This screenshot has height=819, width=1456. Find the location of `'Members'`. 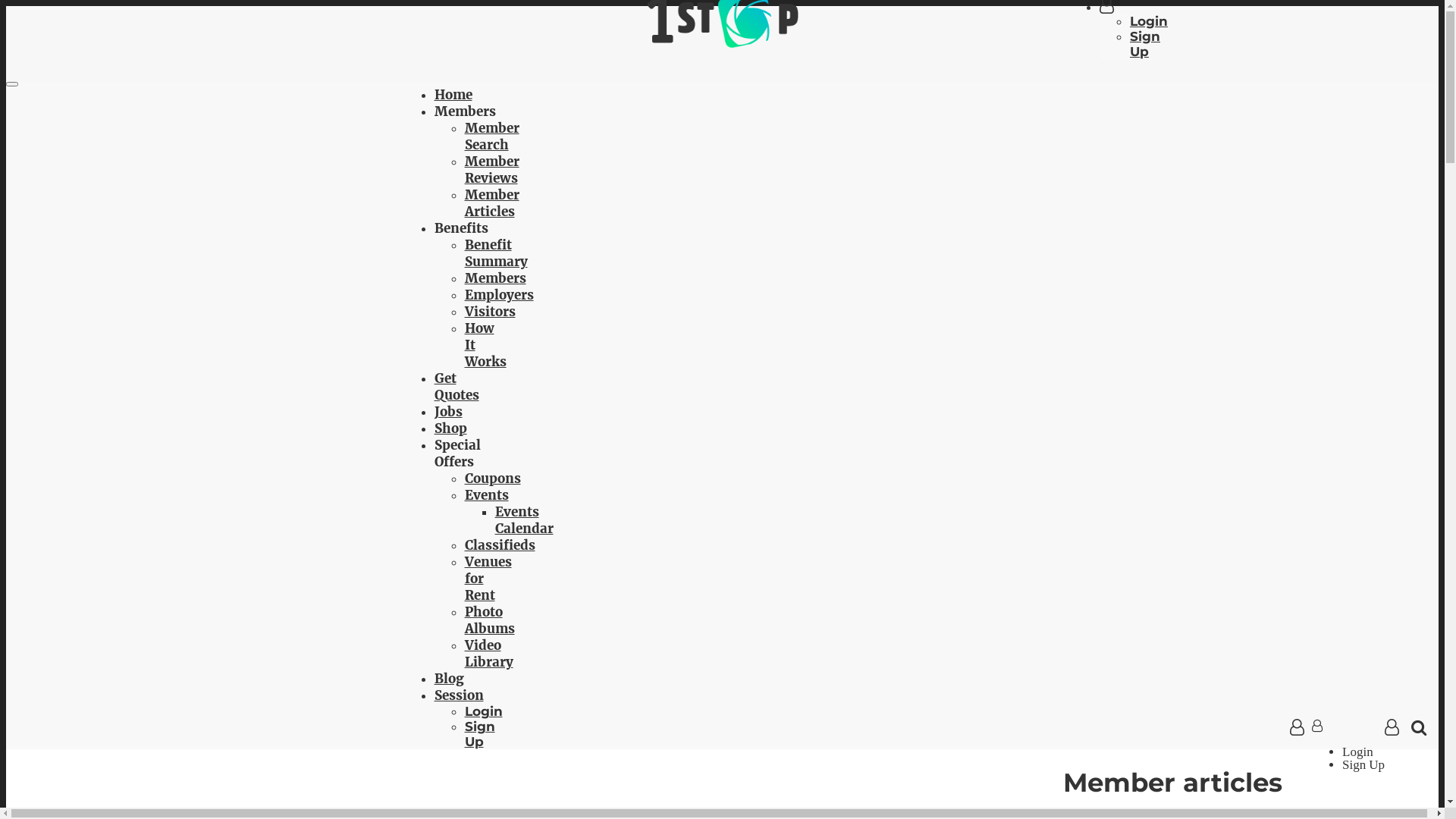

'Members' is located at coordinates (463, 278).